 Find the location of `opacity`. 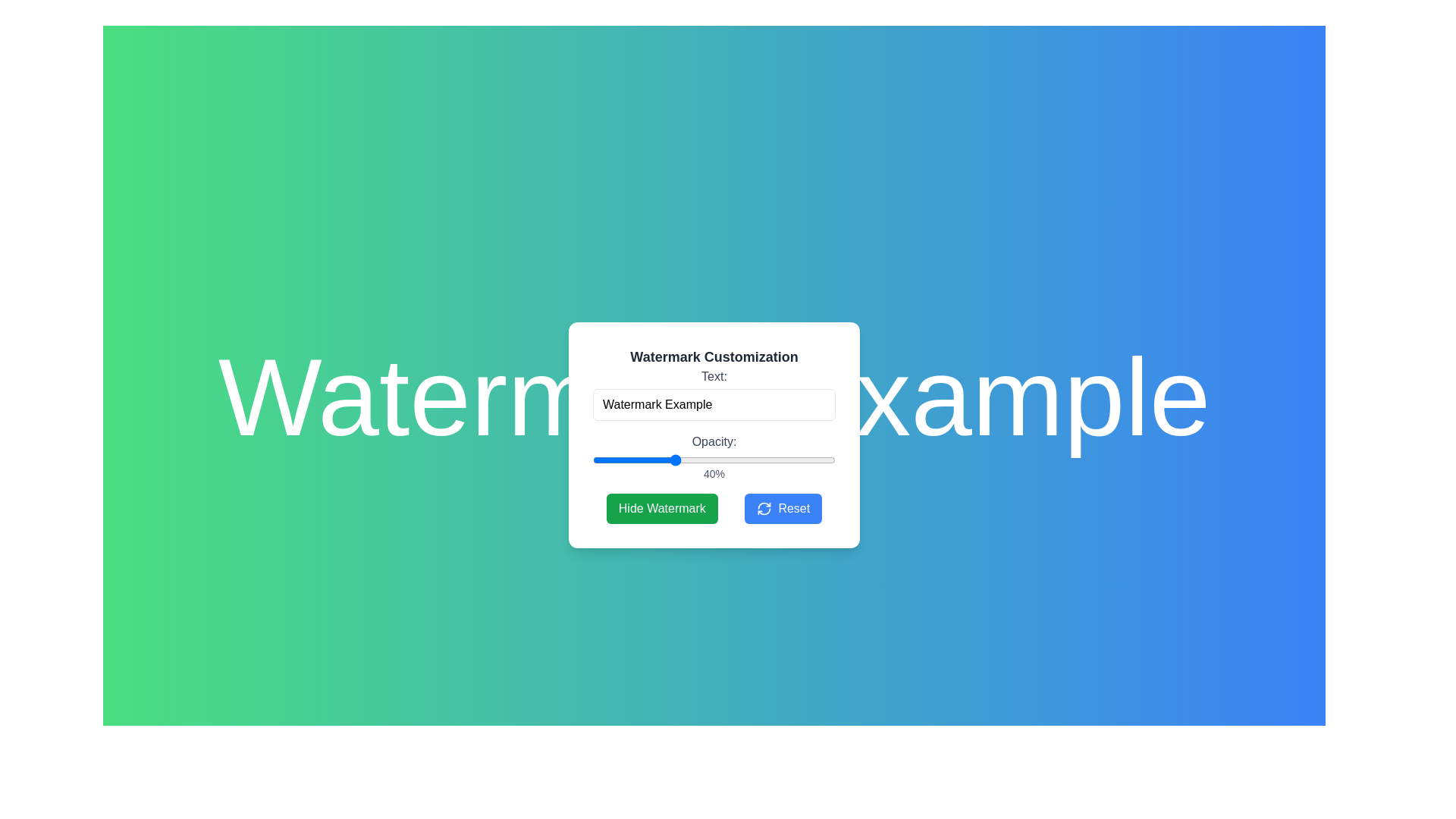

opacity is located at coordinates (786, 459).